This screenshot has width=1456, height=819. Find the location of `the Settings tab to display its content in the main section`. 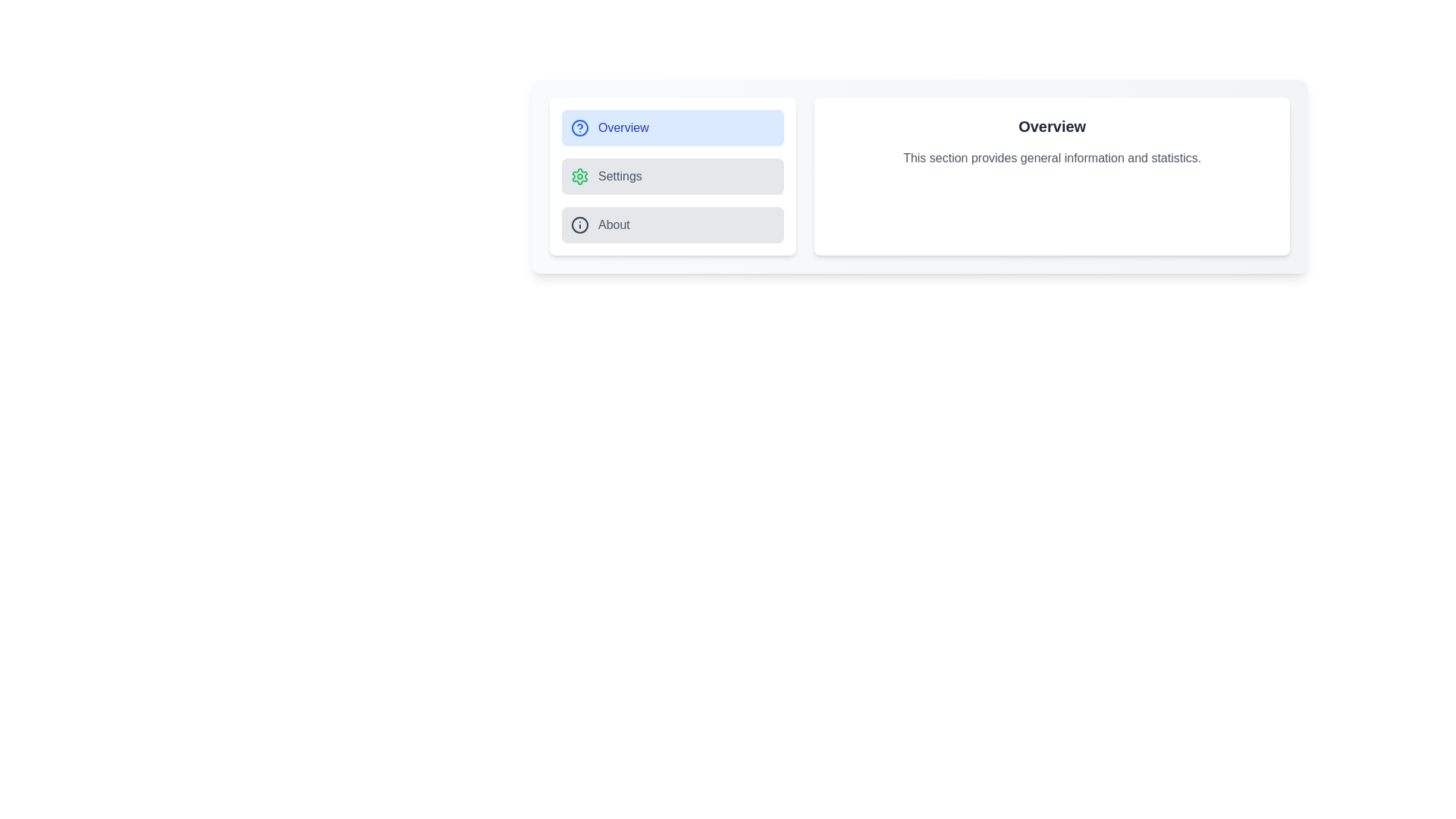

the Settings tab to display its content in the main section is located at coordinates (672, 175).